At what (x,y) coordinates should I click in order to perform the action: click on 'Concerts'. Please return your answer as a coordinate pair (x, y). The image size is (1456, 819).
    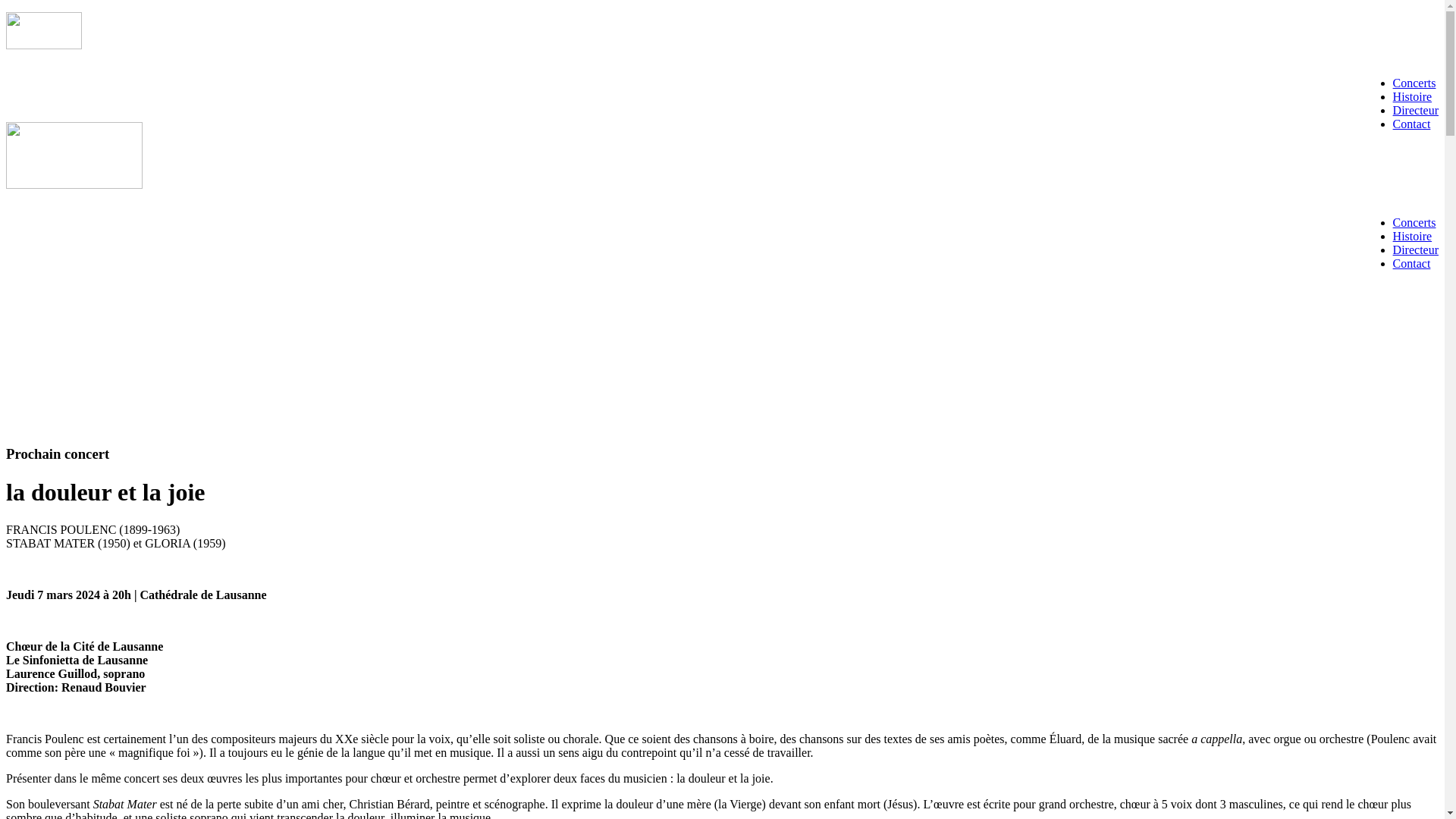
    Looking at the image, I should click on (1414, 222).